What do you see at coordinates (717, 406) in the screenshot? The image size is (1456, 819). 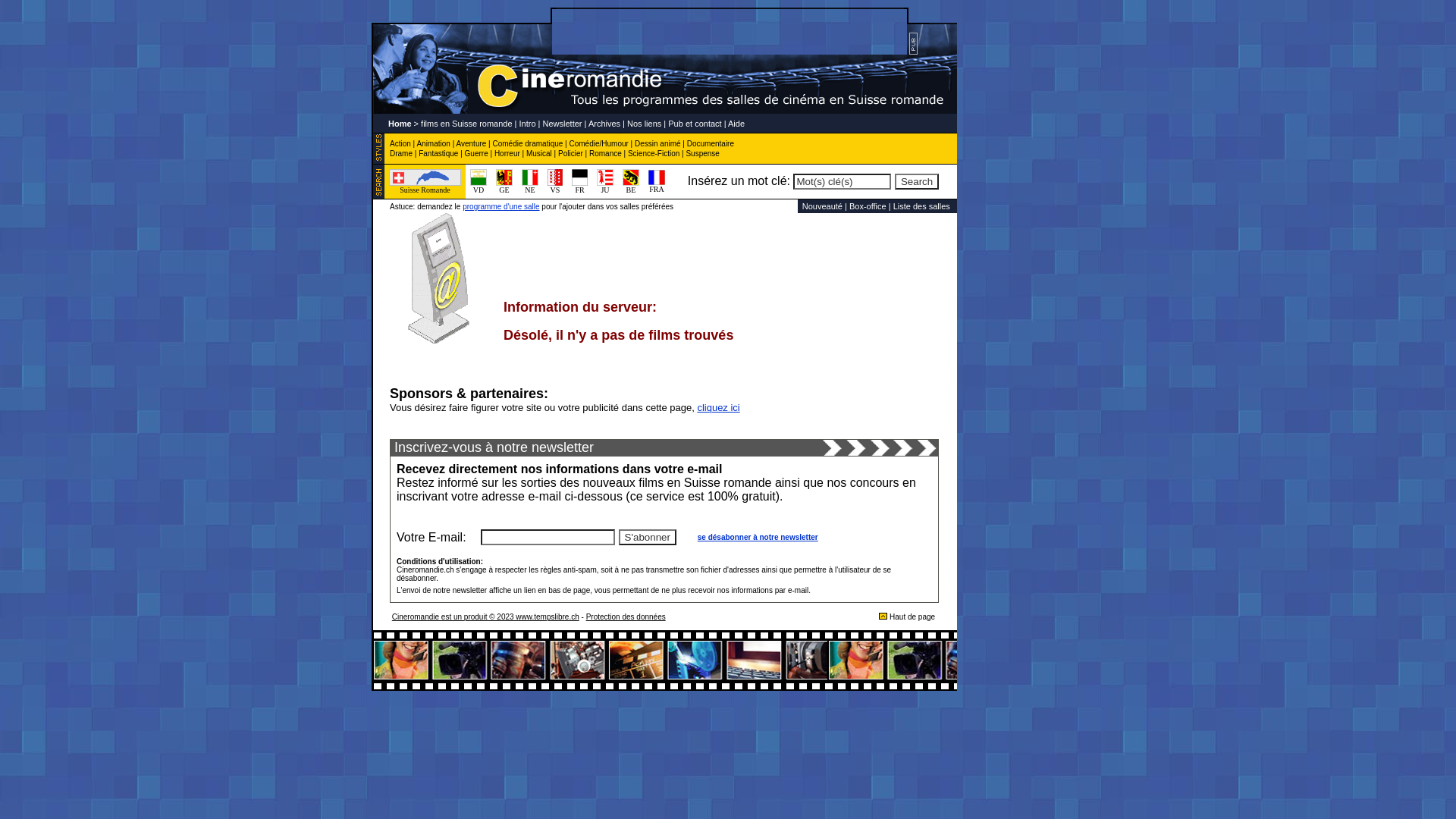 I see `'cliquez ici'` at bounding box center [717, 406].